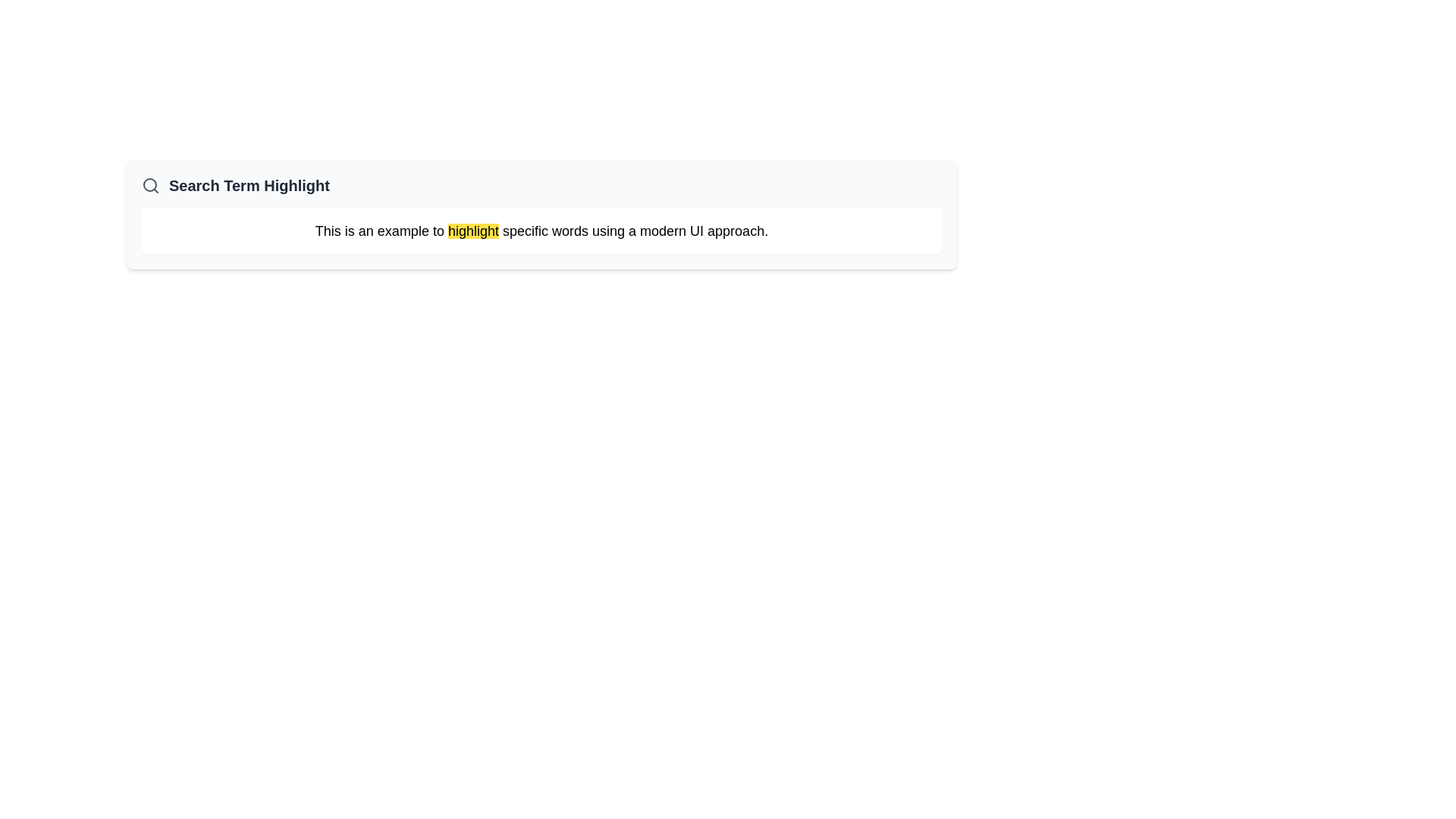 This screenshot has width=1456, height=819. What do you see at coordinates (472, 231) in the screenshot?
I see `the text component containing the word 'highlight', which has a yellow background` at bounding box center [472, 231].